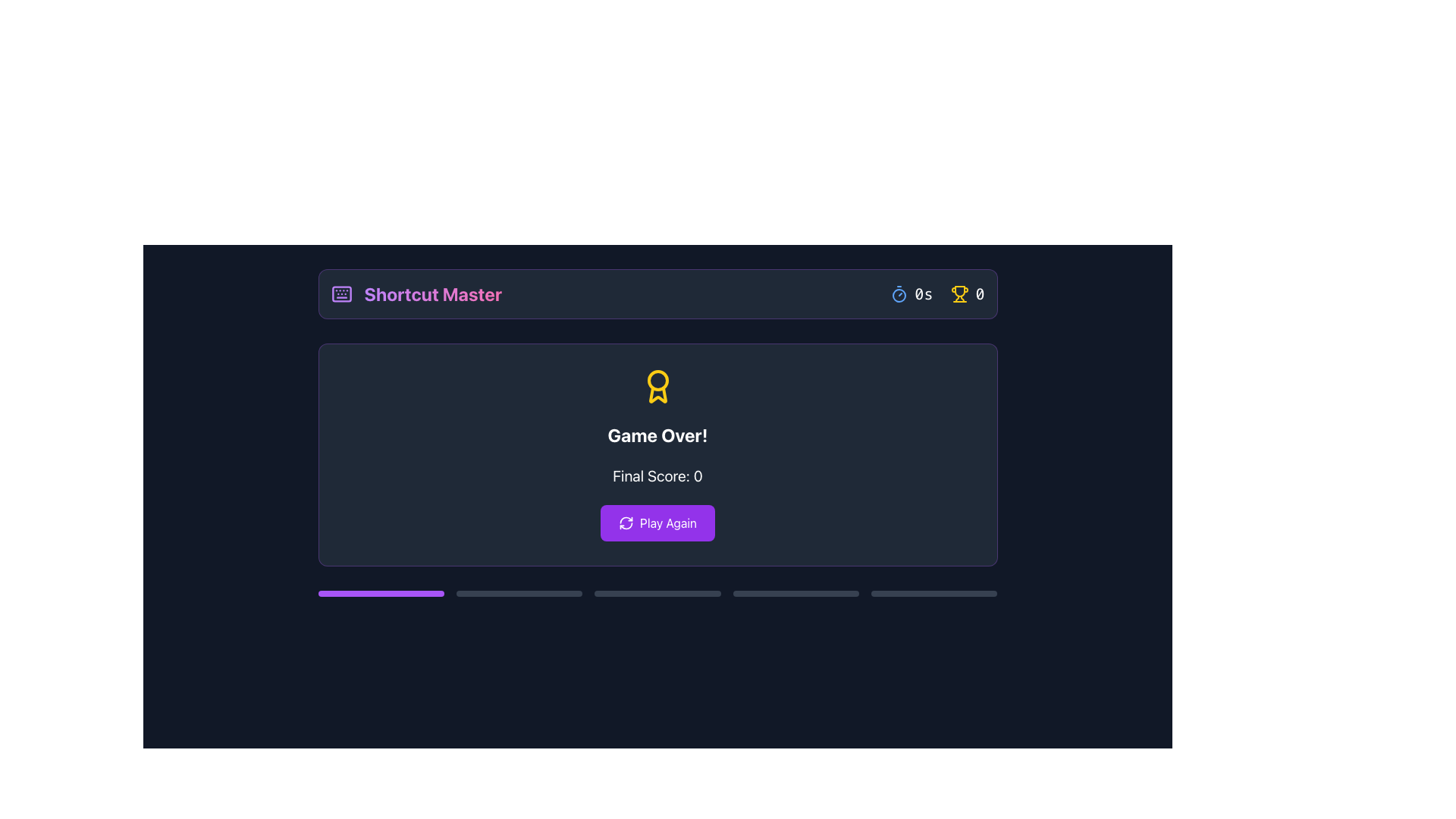 This screenshot has width=1456, height=819. What do you see at coordinates (519, 593) in the screenshot?
I see `the second progress indicator bar, which is a thin, horizontally extended bar with a dark gray color, located beneath the scores and options section` at bounding box center [519, 593].